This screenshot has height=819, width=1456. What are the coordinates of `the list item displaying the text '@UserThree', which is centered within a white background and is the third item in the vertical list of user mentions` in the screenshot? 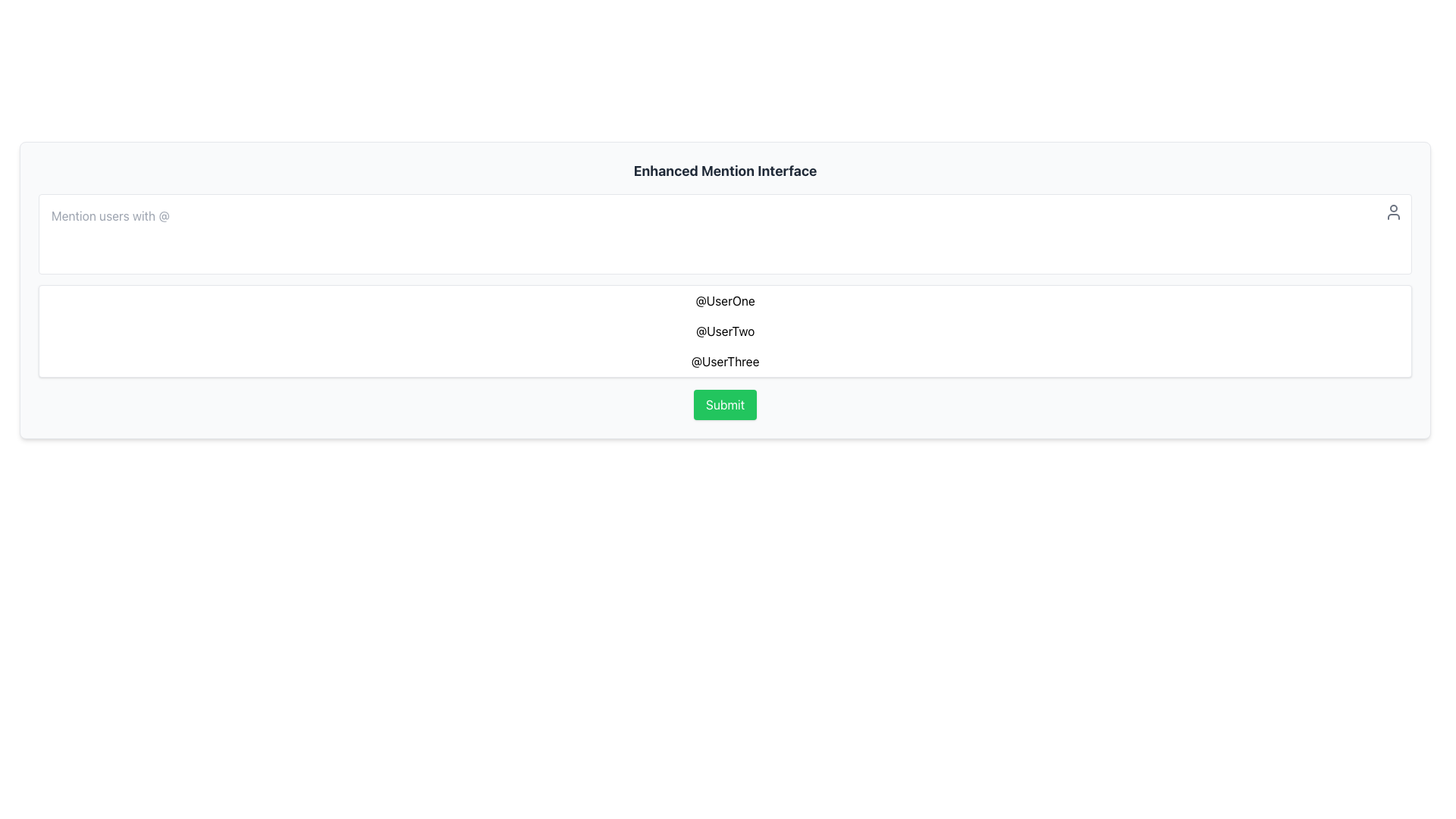 It's located at (724, 362).